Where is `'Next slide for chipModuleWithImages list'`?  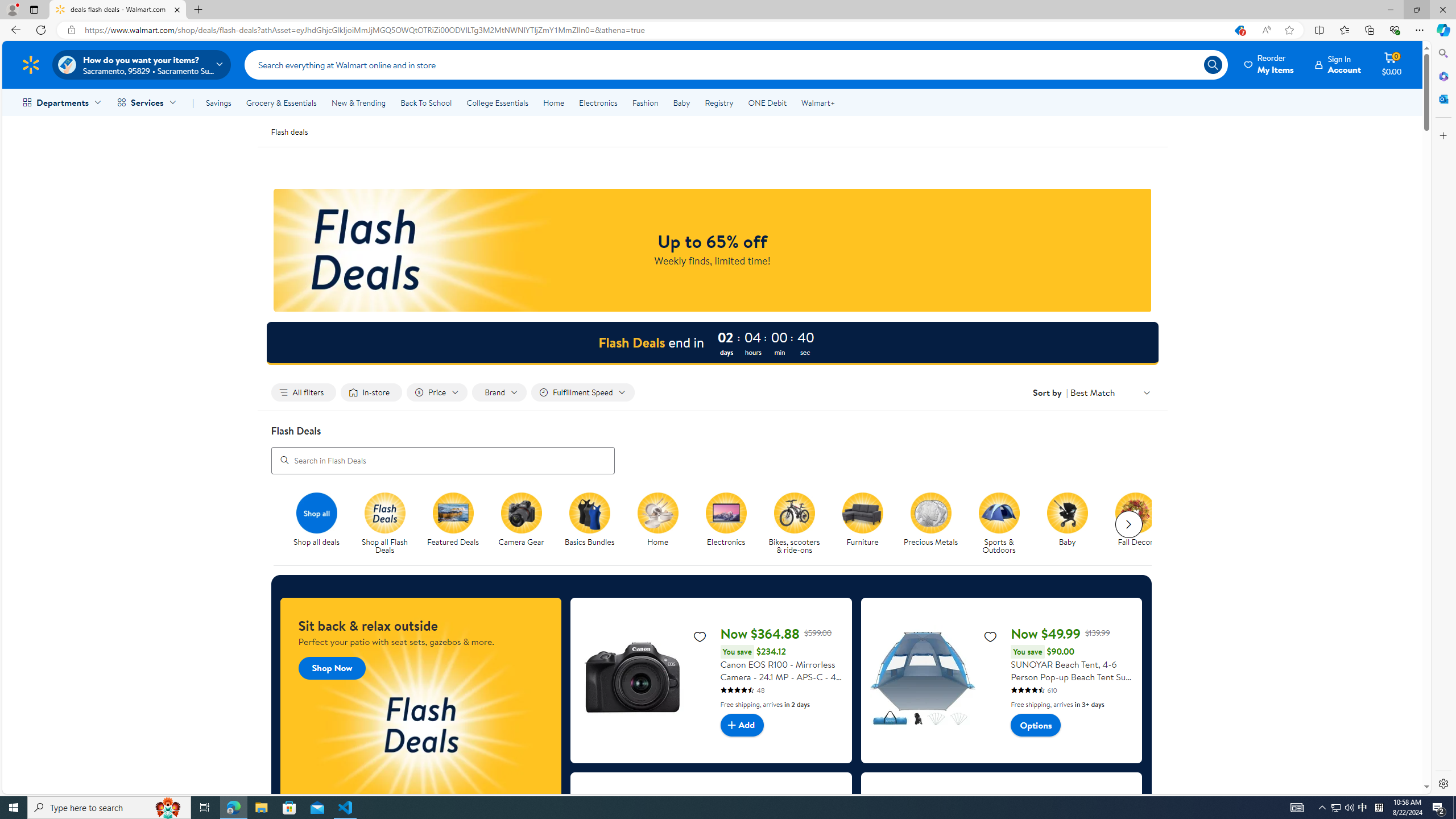 'Next slide for chipModuleWithImages list' is located at coordinates (1129, 523).